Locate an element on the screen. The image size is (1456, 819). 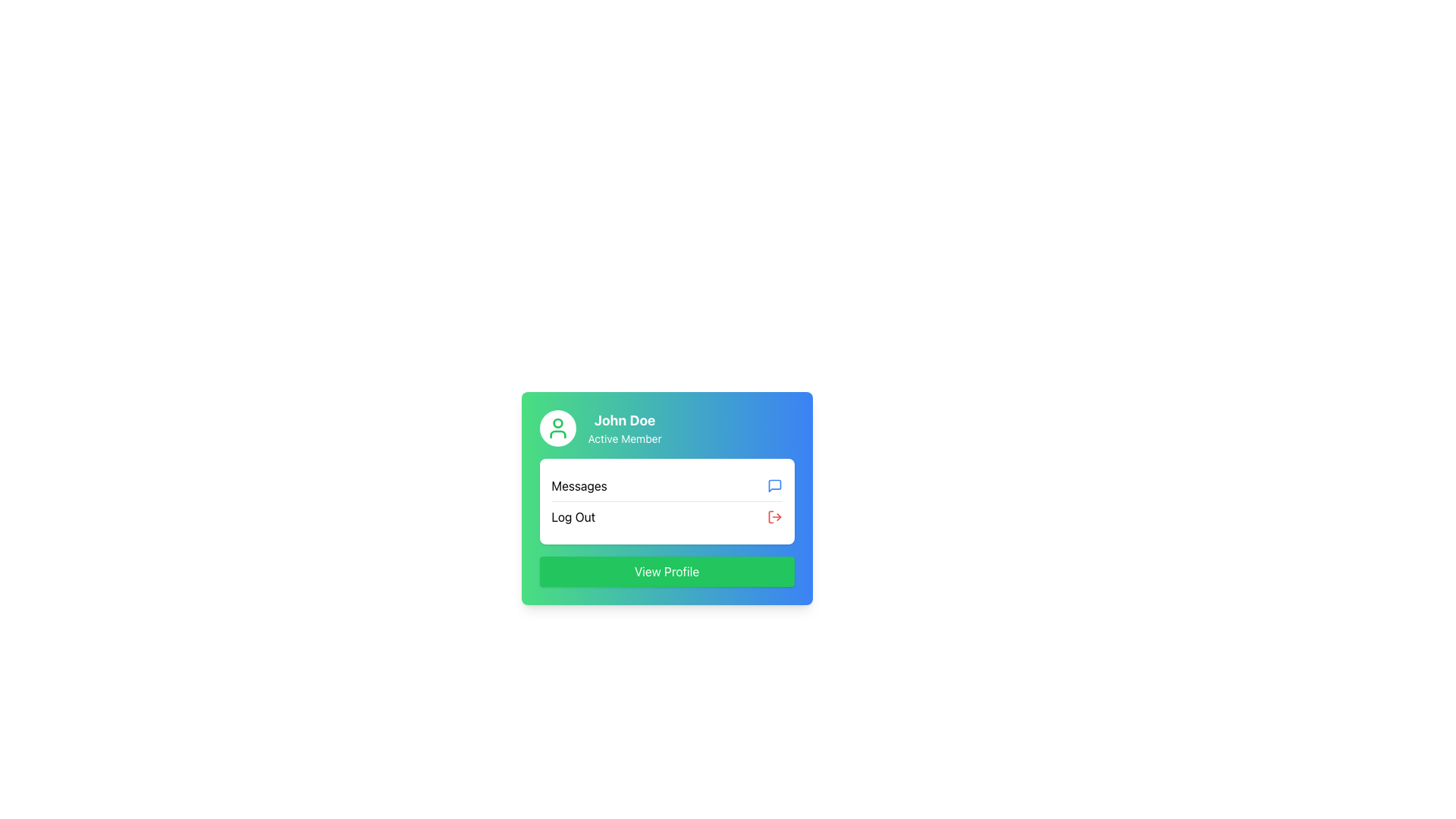
the red log-out icon located to the far right of the 'Log Out' text to initiate the log-out process is located at coordinates (774, 516).